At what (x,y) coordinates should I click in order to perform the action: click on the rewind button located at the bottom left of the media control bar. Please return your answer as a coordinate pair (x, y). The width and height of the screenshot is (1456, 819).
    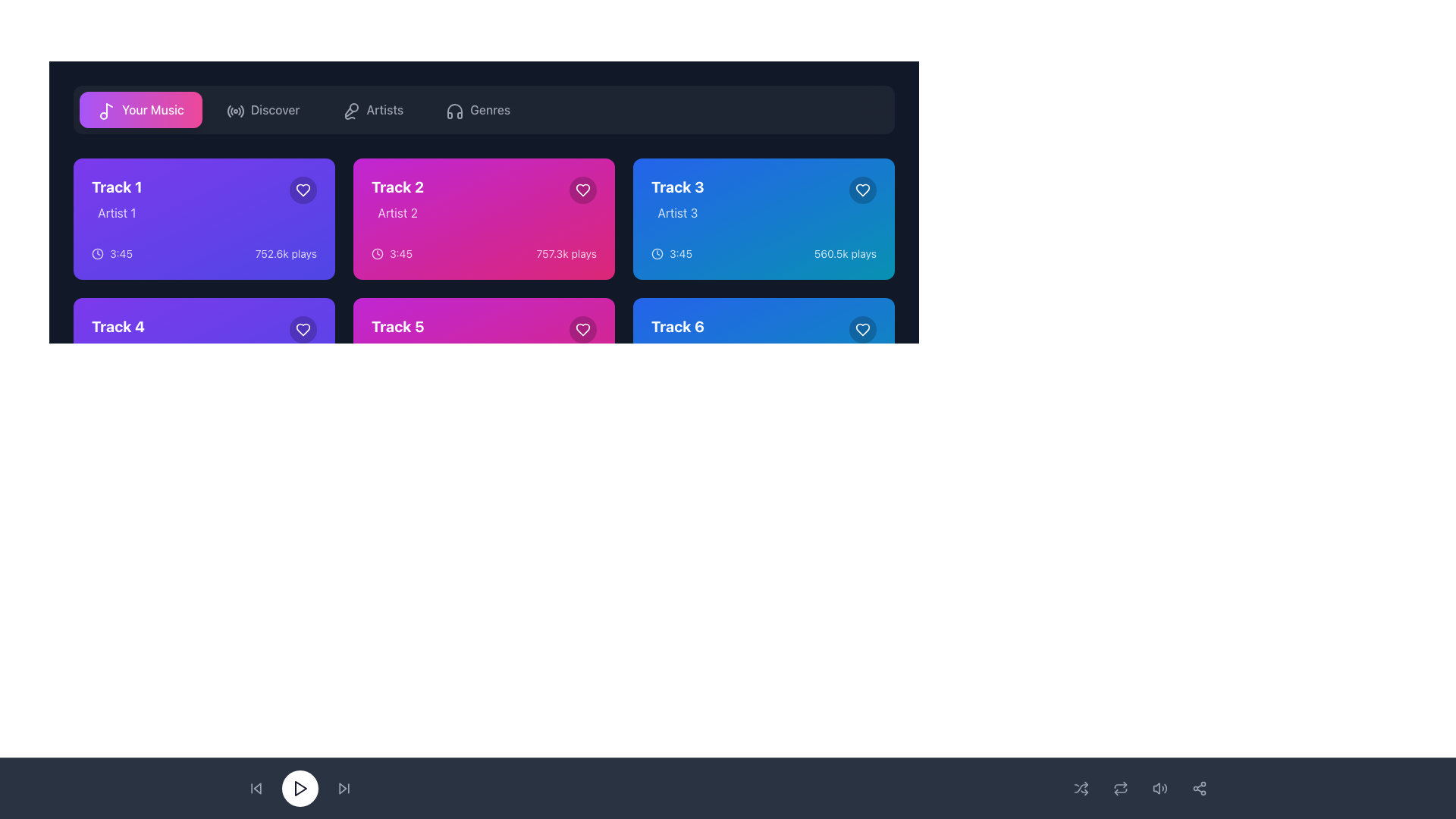
    Looking at the image, I should click on (257, 788).